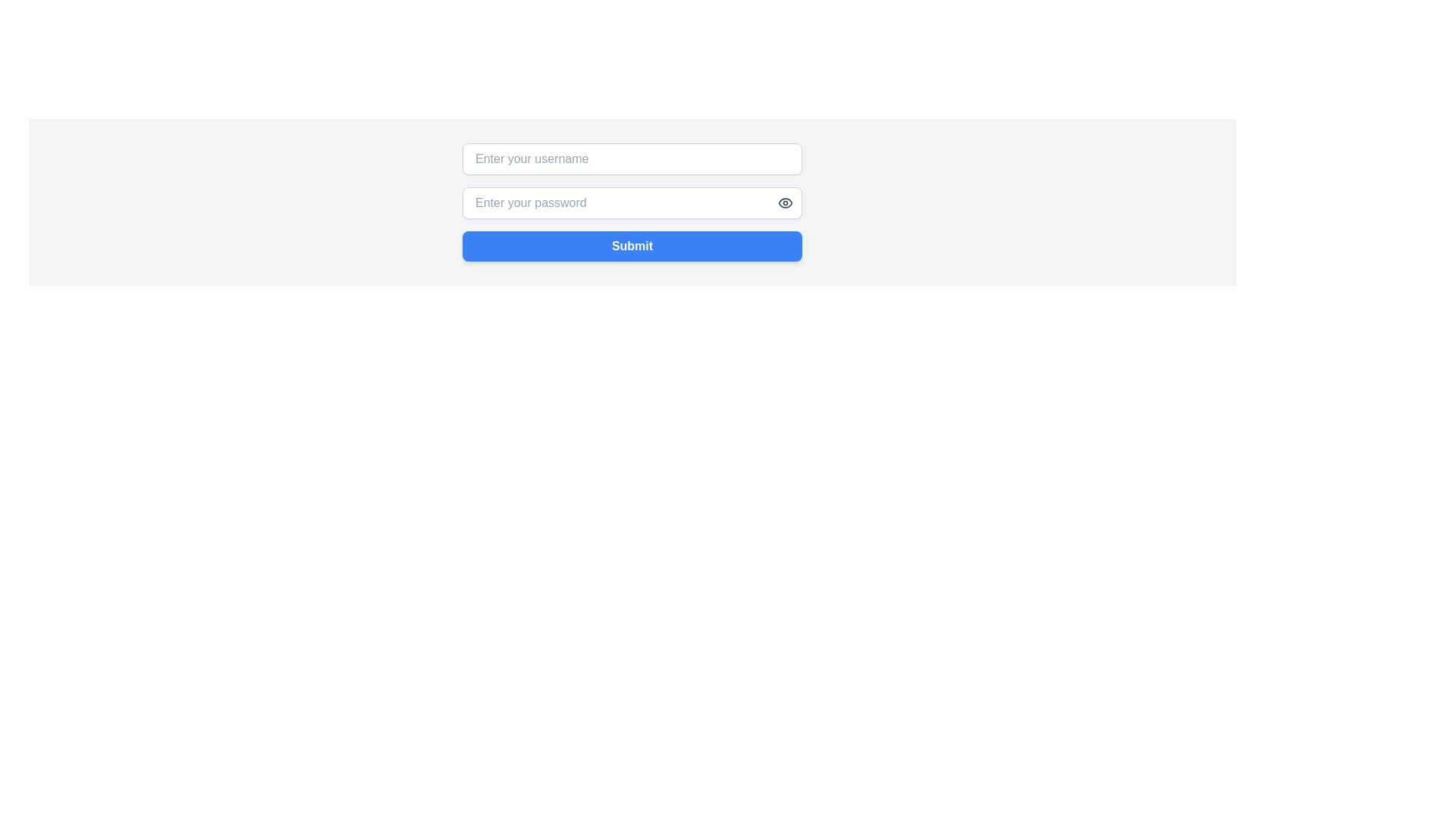 The width and height of the screenshot is (1456, 819). Describe the element at coordinates (786, 202) in the screenshot. I see `the Eye icon located at the far right corner of the password input field` at that location.